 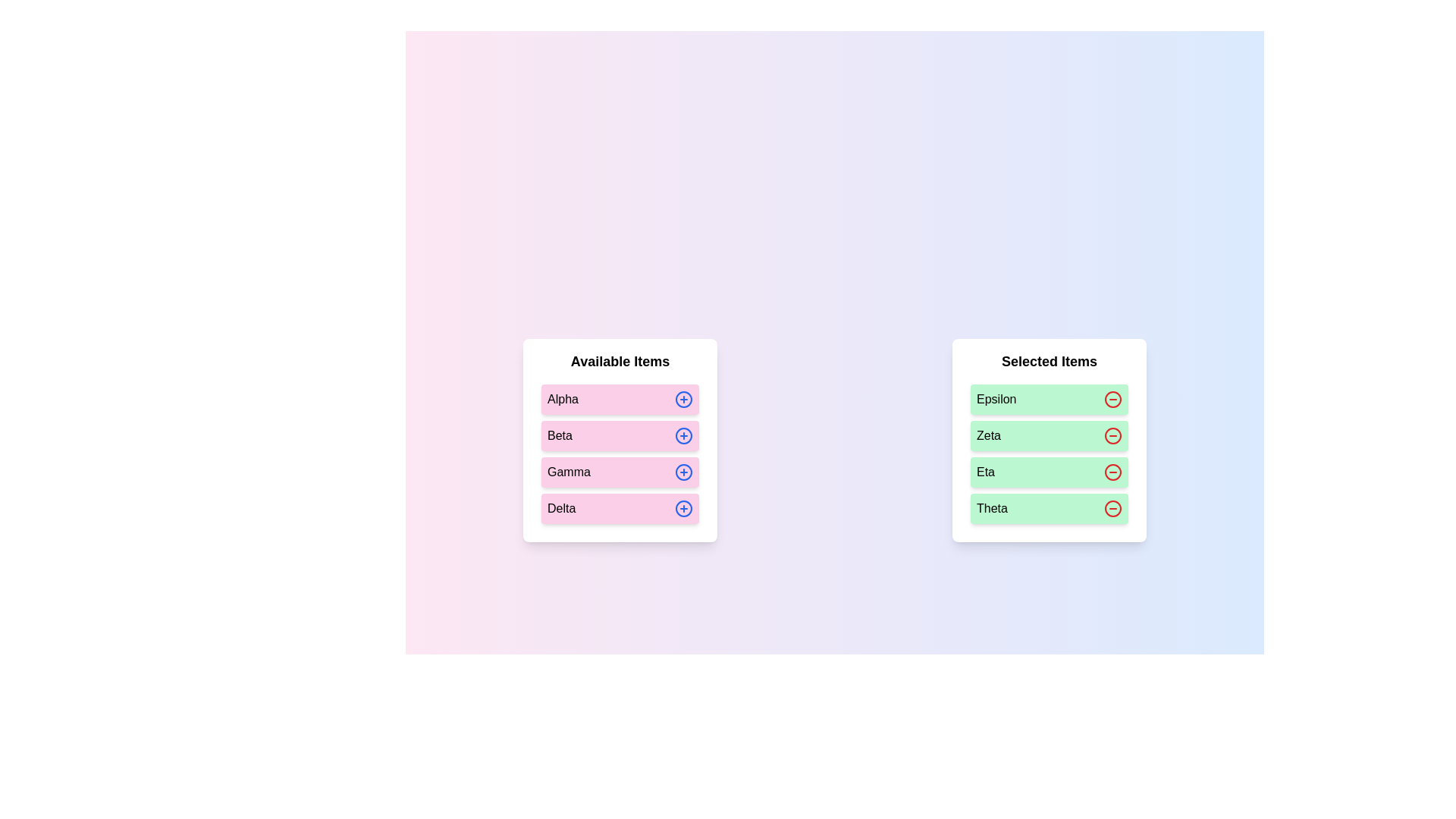 I want to click on the minus icon next to the item labeled Theta in the 'Selected Items' list to move it back to the 'Available Items' list, so click(x=1113, y=509).